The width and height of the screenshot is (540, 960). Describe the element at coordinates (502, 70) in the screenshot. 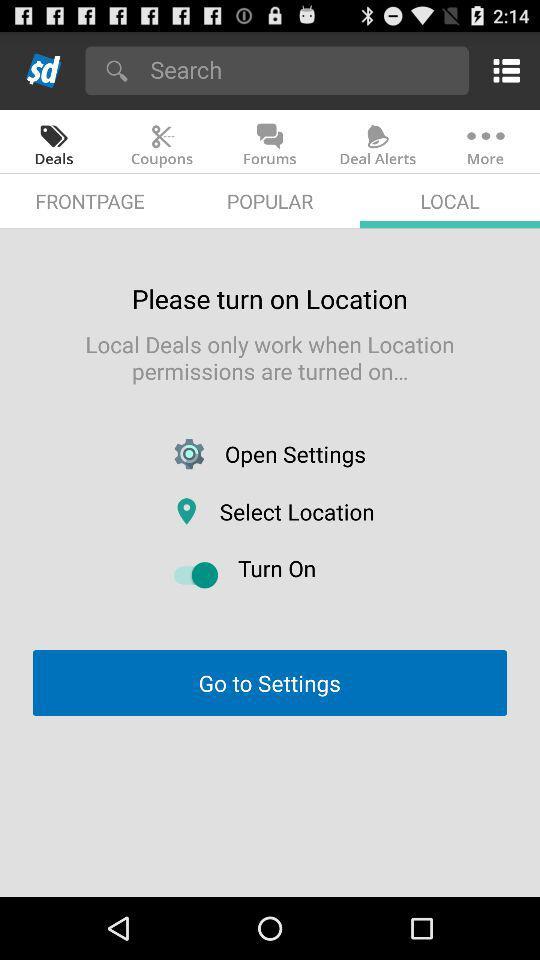

I see `open menu` at that location.